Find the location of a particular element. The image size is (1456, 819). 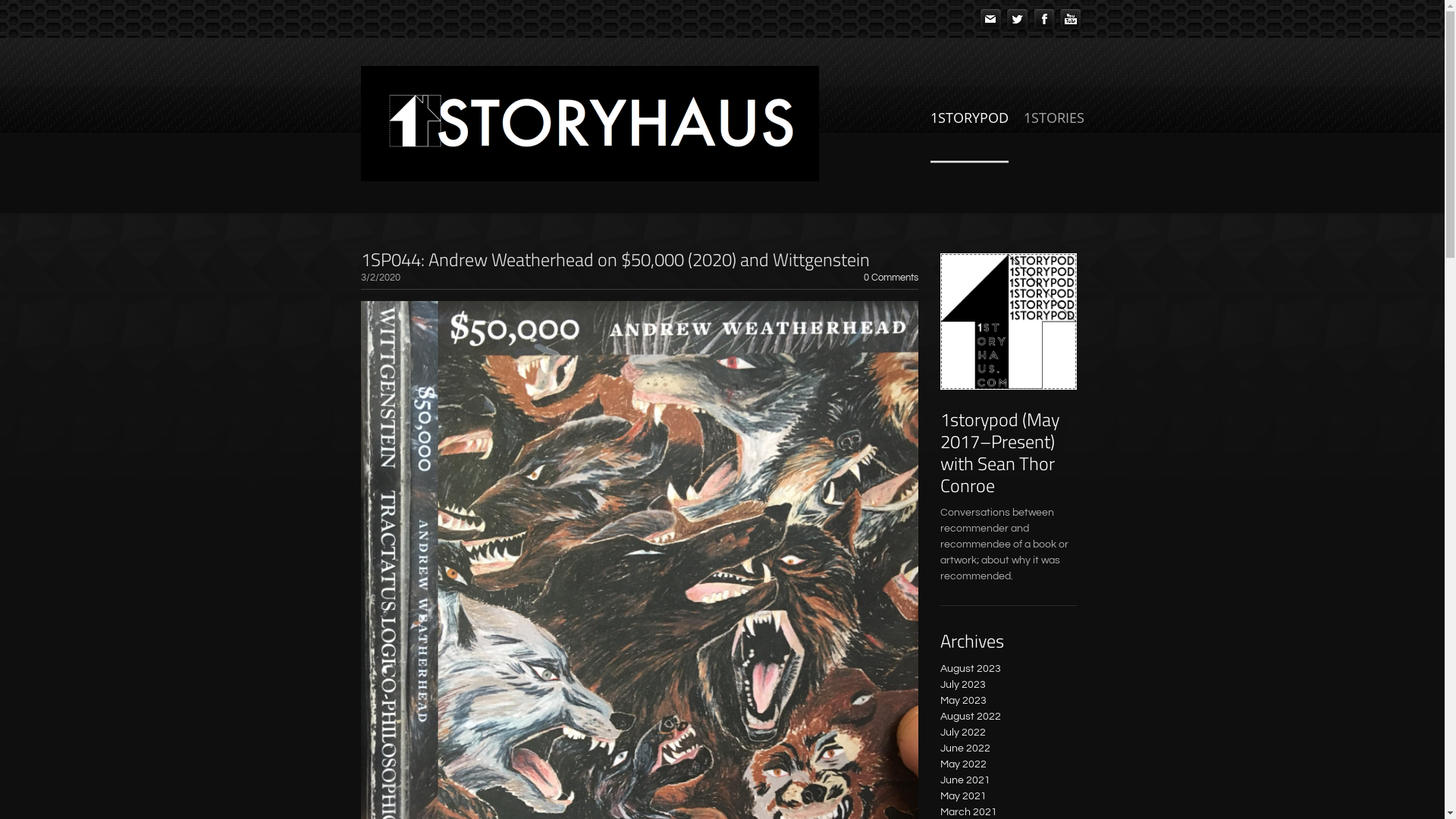

'0 Comments' is located at coordinates (890, 278).